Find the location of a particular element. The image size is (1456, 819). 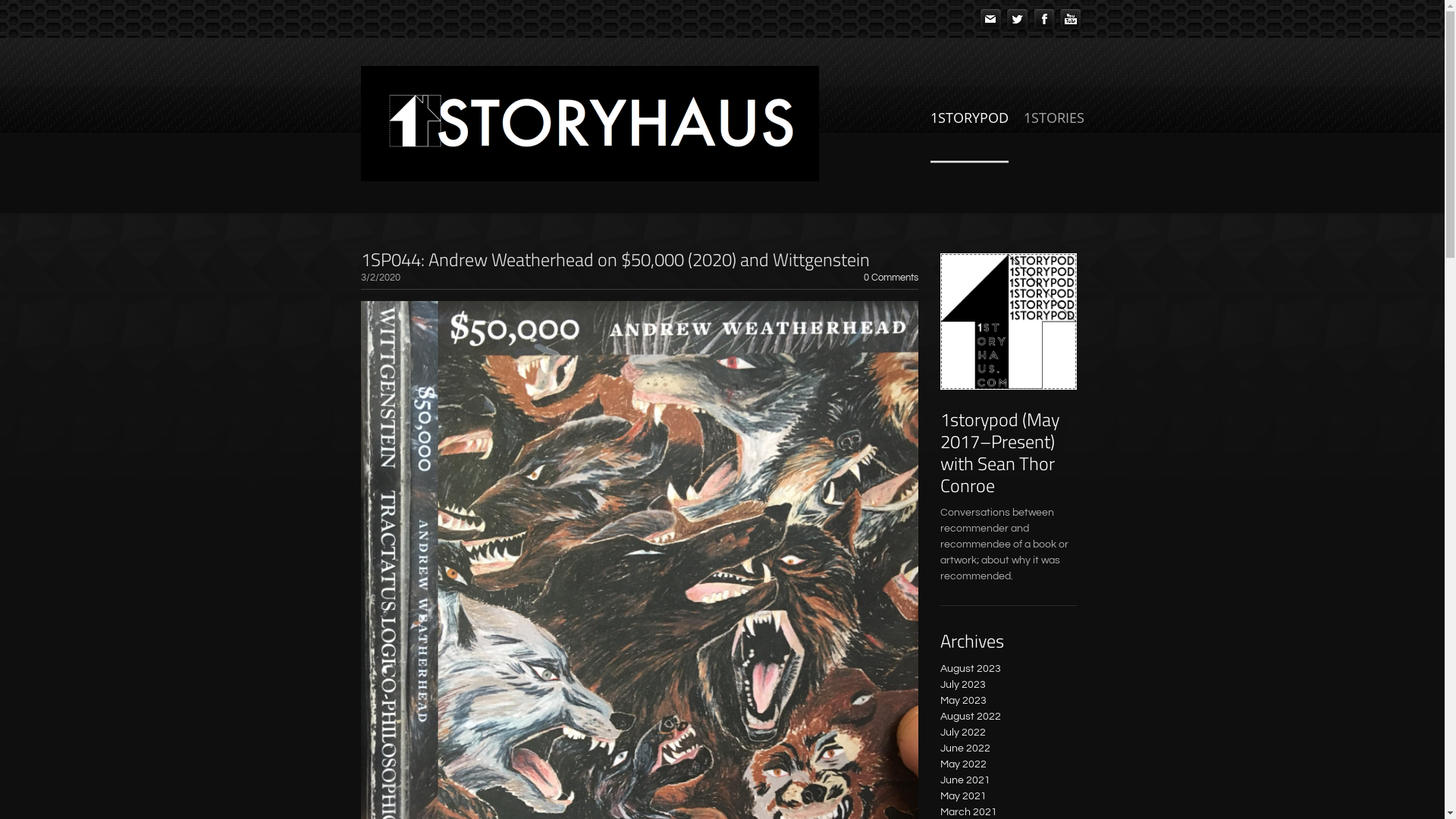

'0 Comments' is located at coordinates (890, 278).